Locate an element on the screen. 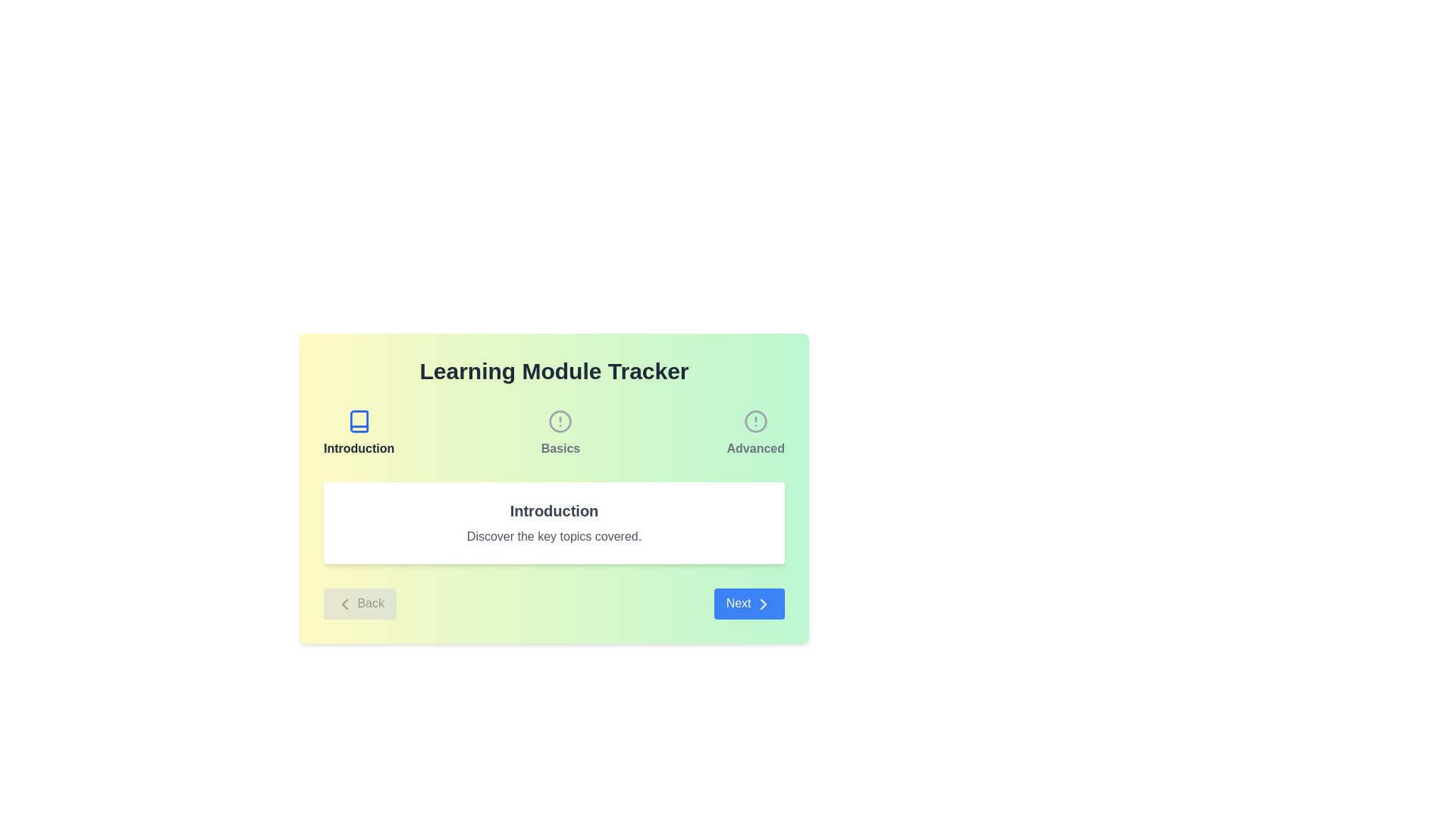  the book icon with a light blue background and darker blue border, which is associated with the 'Introduction' module on the 'Learning Module Tracker' interface is located at coordinates (358, 421).